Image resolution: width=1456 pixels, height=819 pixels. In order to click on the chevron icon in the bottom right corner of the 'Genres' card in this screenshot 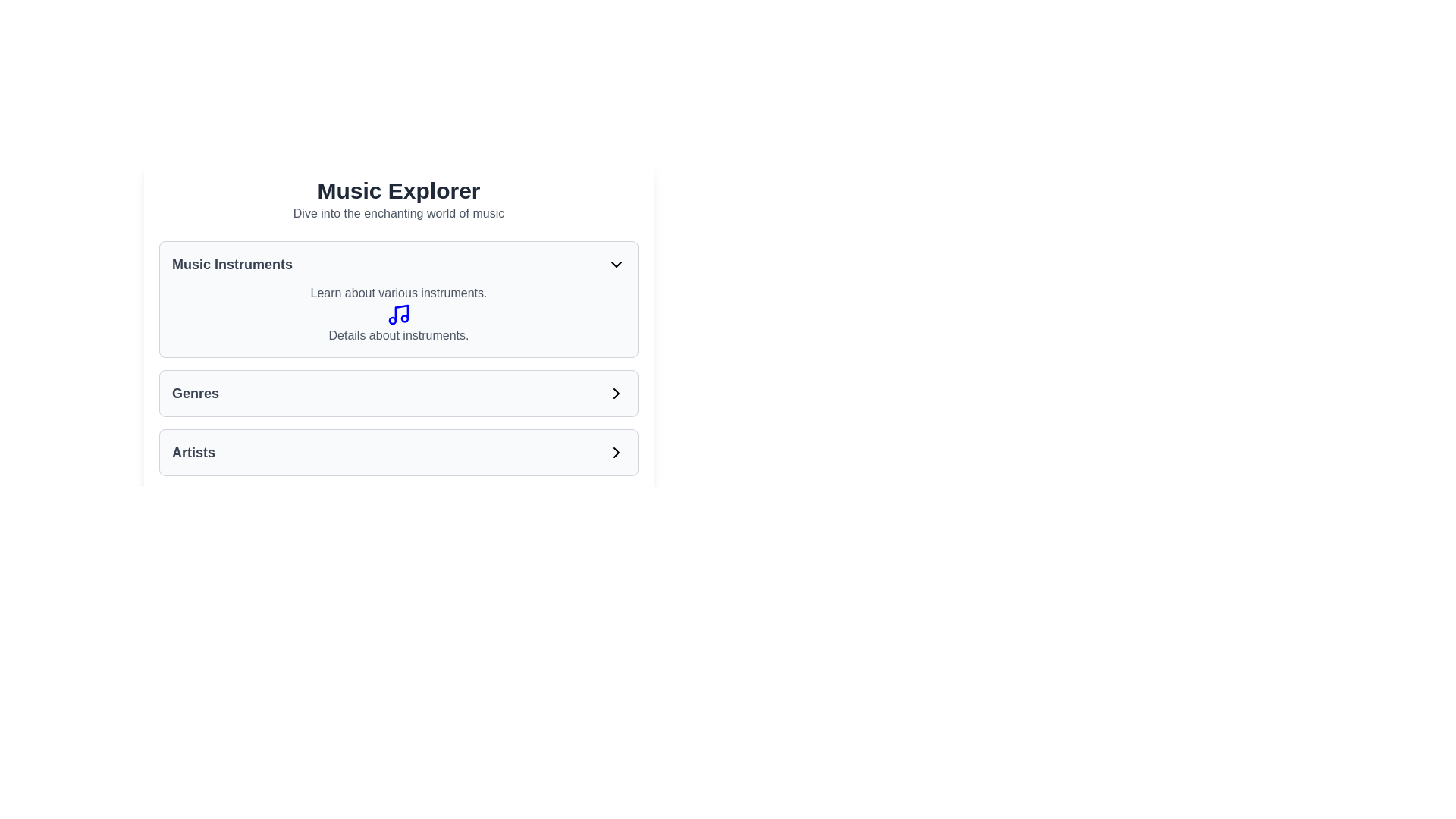, I will do `click(616, 393)`.